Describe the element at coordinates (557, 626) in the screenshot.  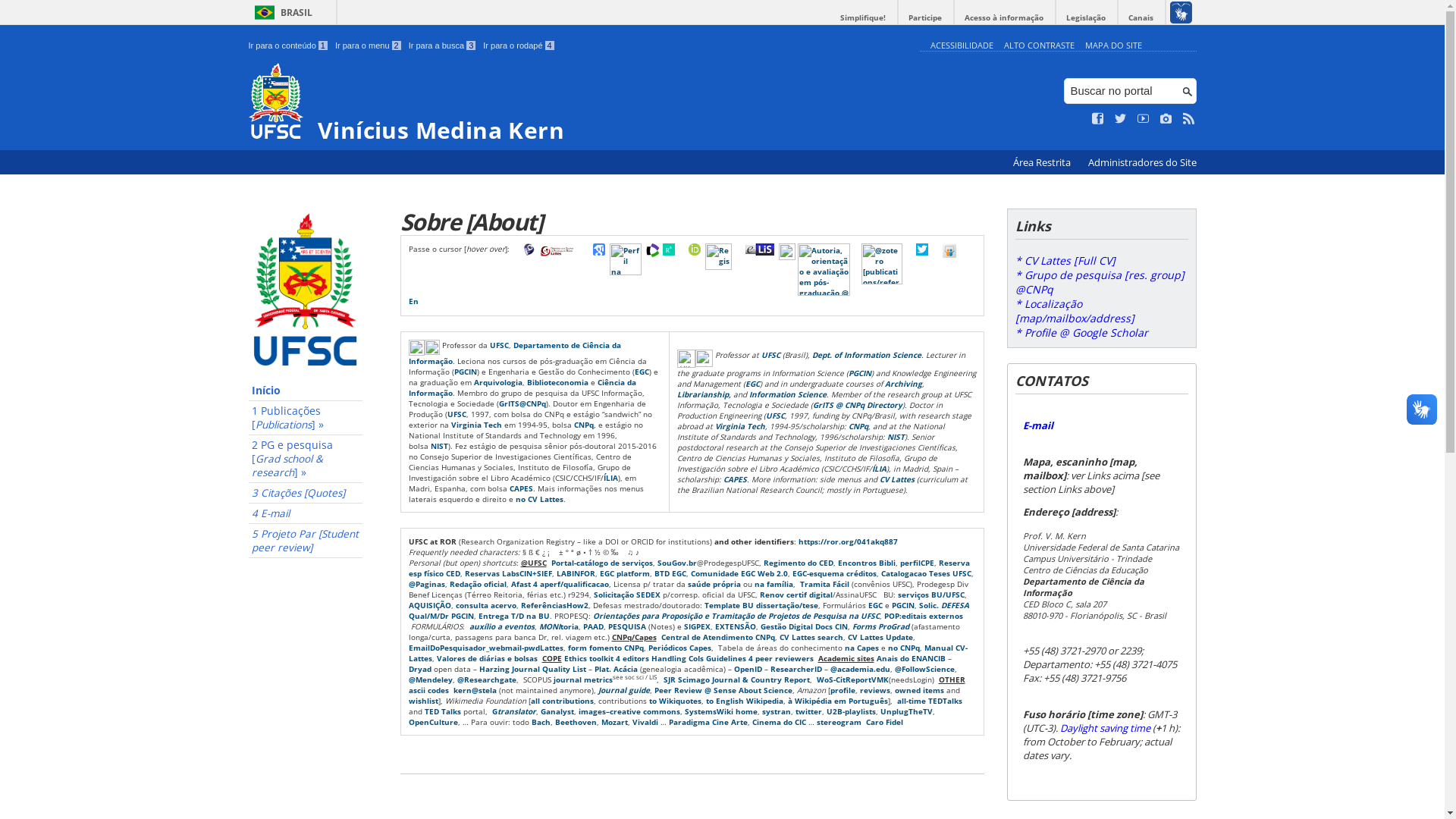
I see `'MONItoria'` at that location.